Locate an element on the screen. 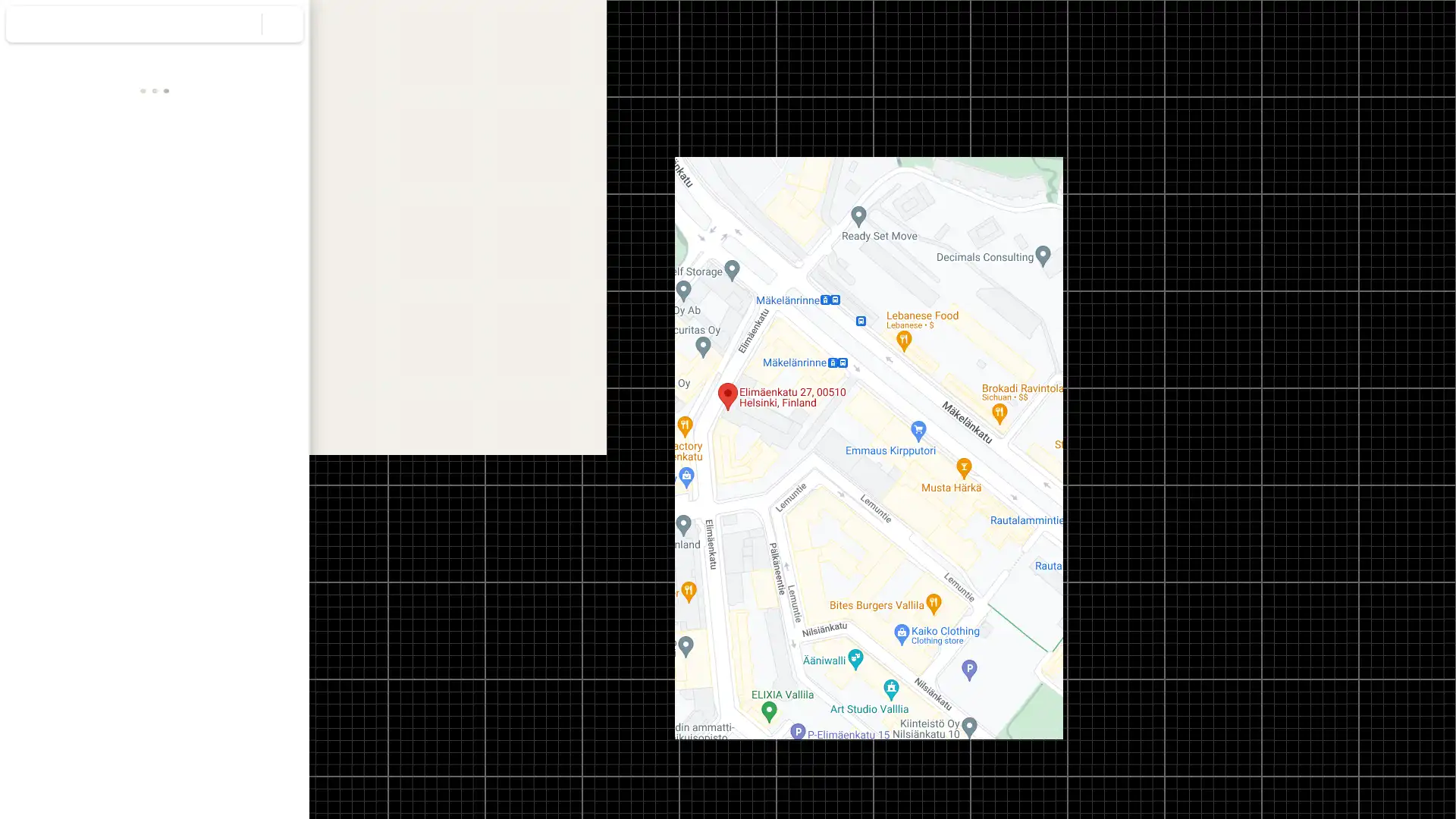  Street View is located at coordinates (155, 556).